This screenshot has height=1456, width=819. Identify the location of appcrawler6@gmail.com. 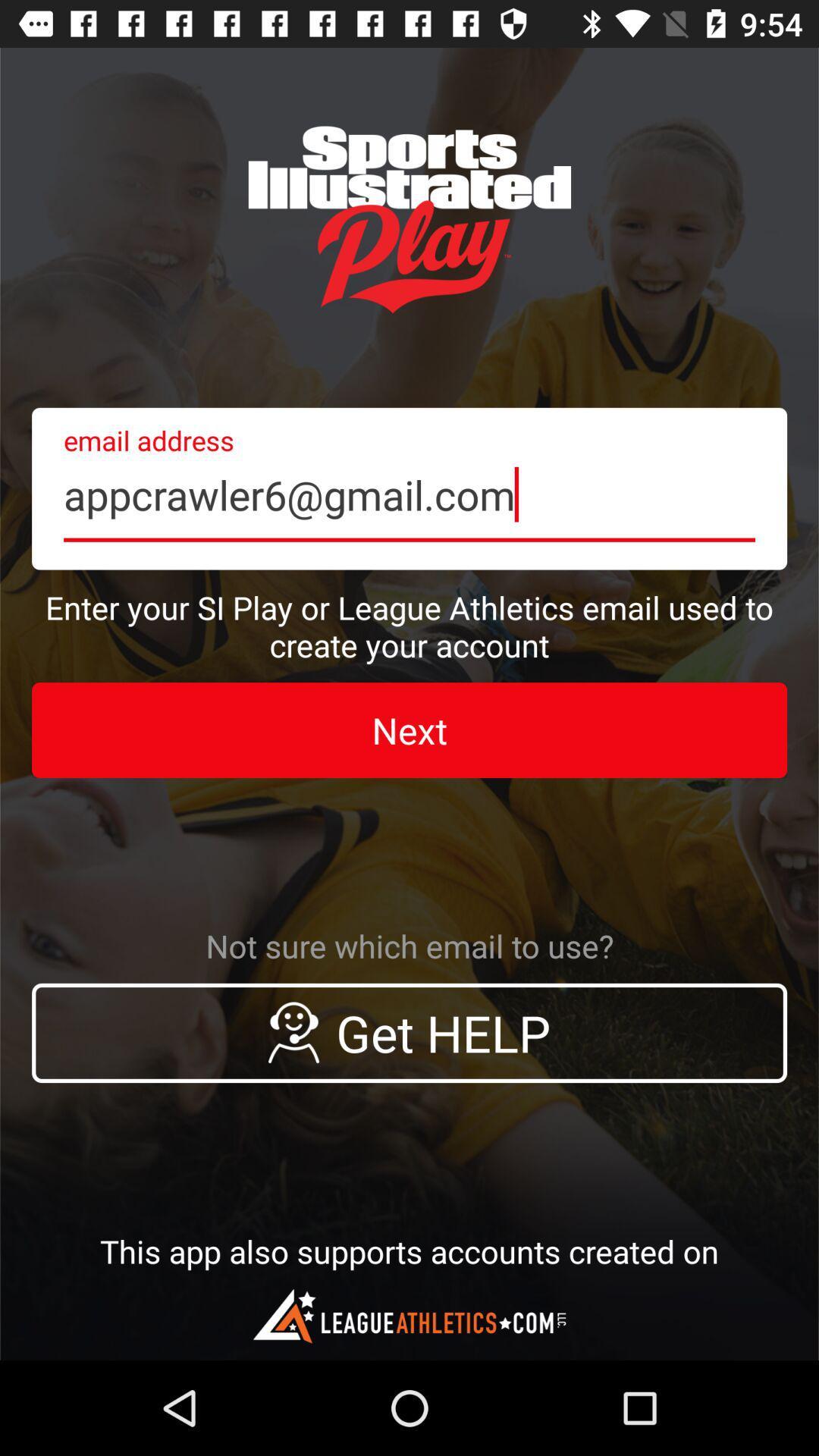
(409, 488).